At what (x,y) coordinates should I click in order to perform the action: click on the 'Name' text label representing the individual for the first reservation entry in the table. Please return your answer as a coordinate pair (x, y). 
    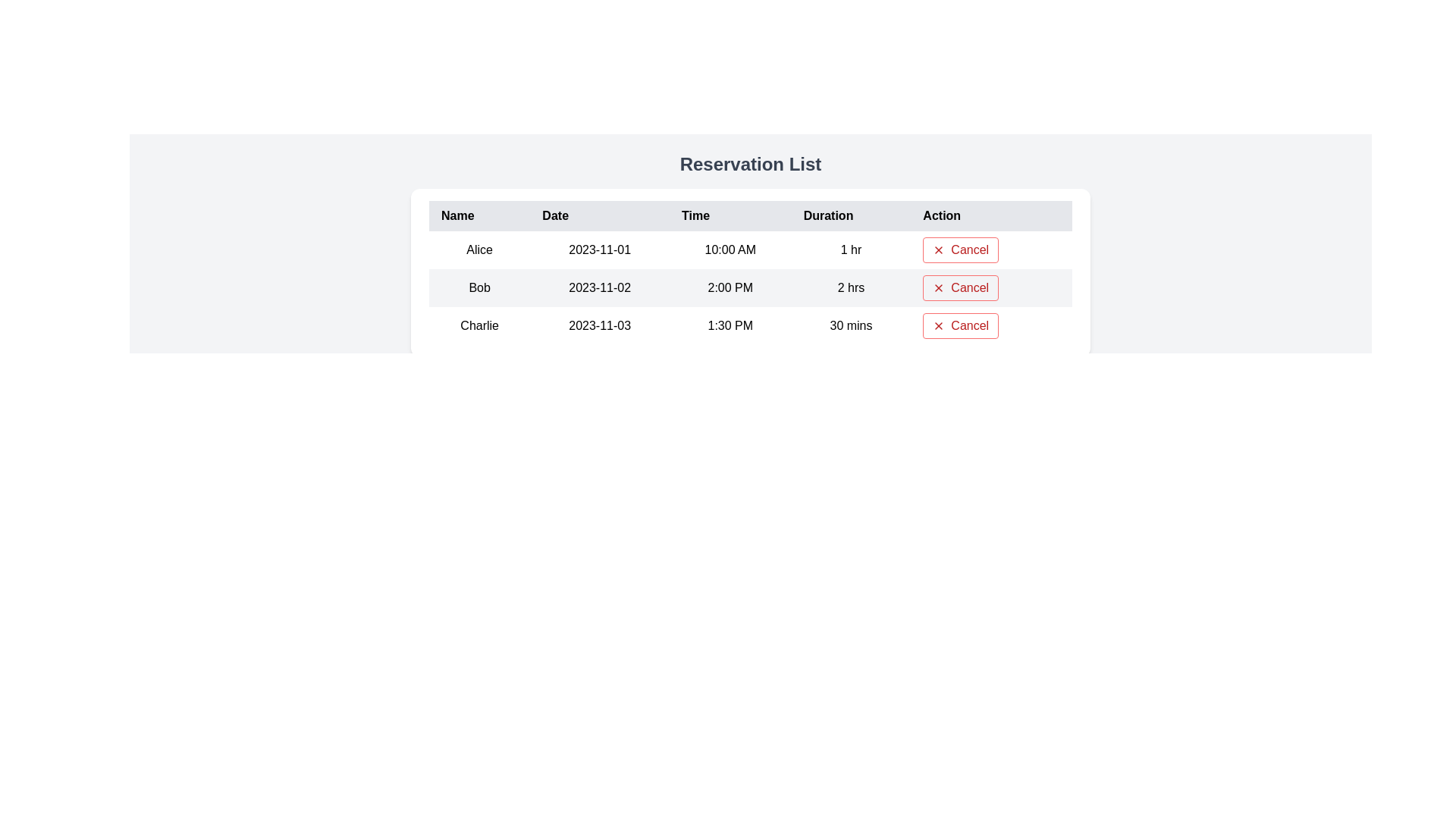
    Looking at the image, I should click on (479, 249).